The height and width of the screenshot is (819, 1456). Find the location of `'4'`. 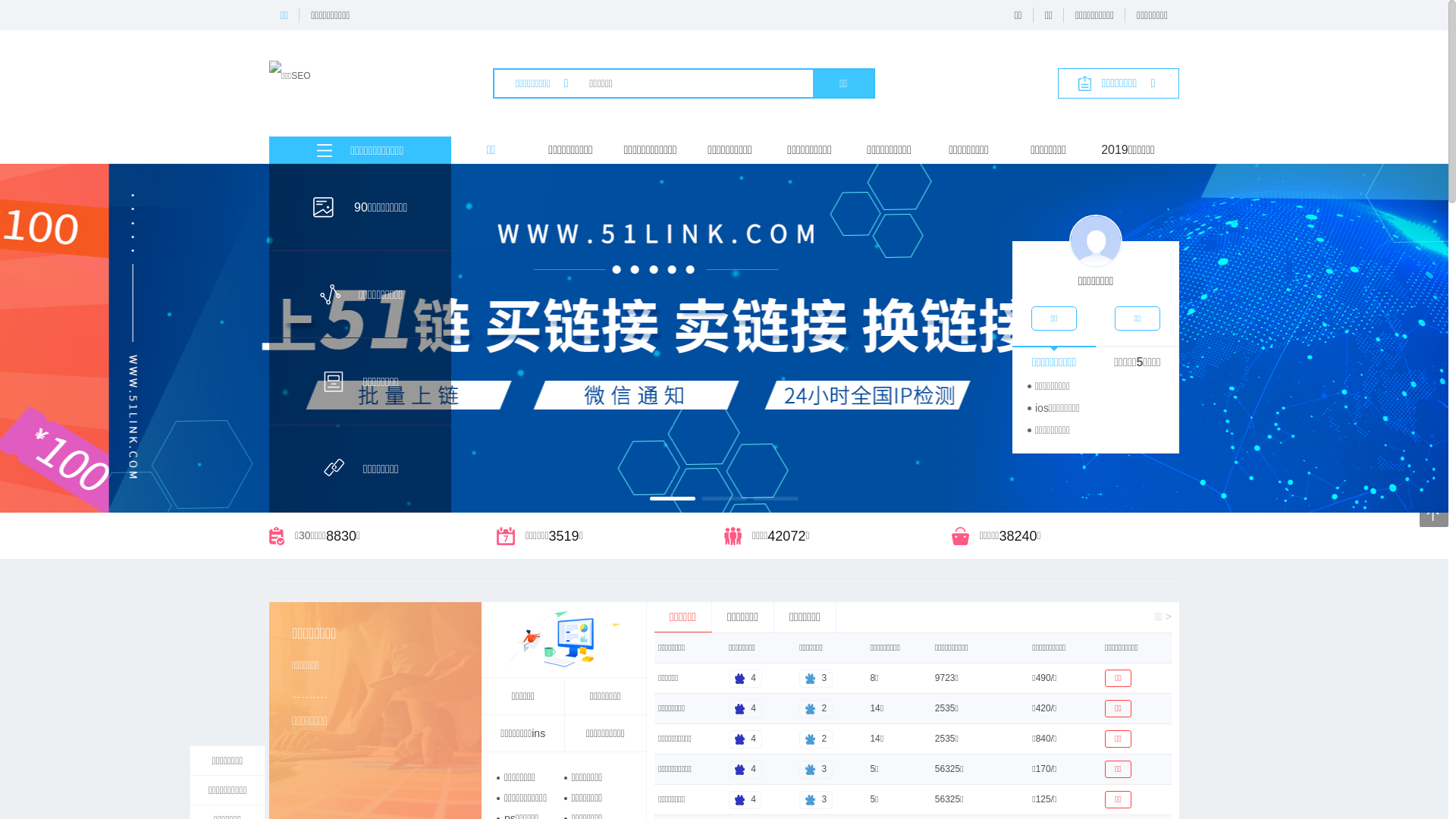

'4' is located at coordinates (745, 769).